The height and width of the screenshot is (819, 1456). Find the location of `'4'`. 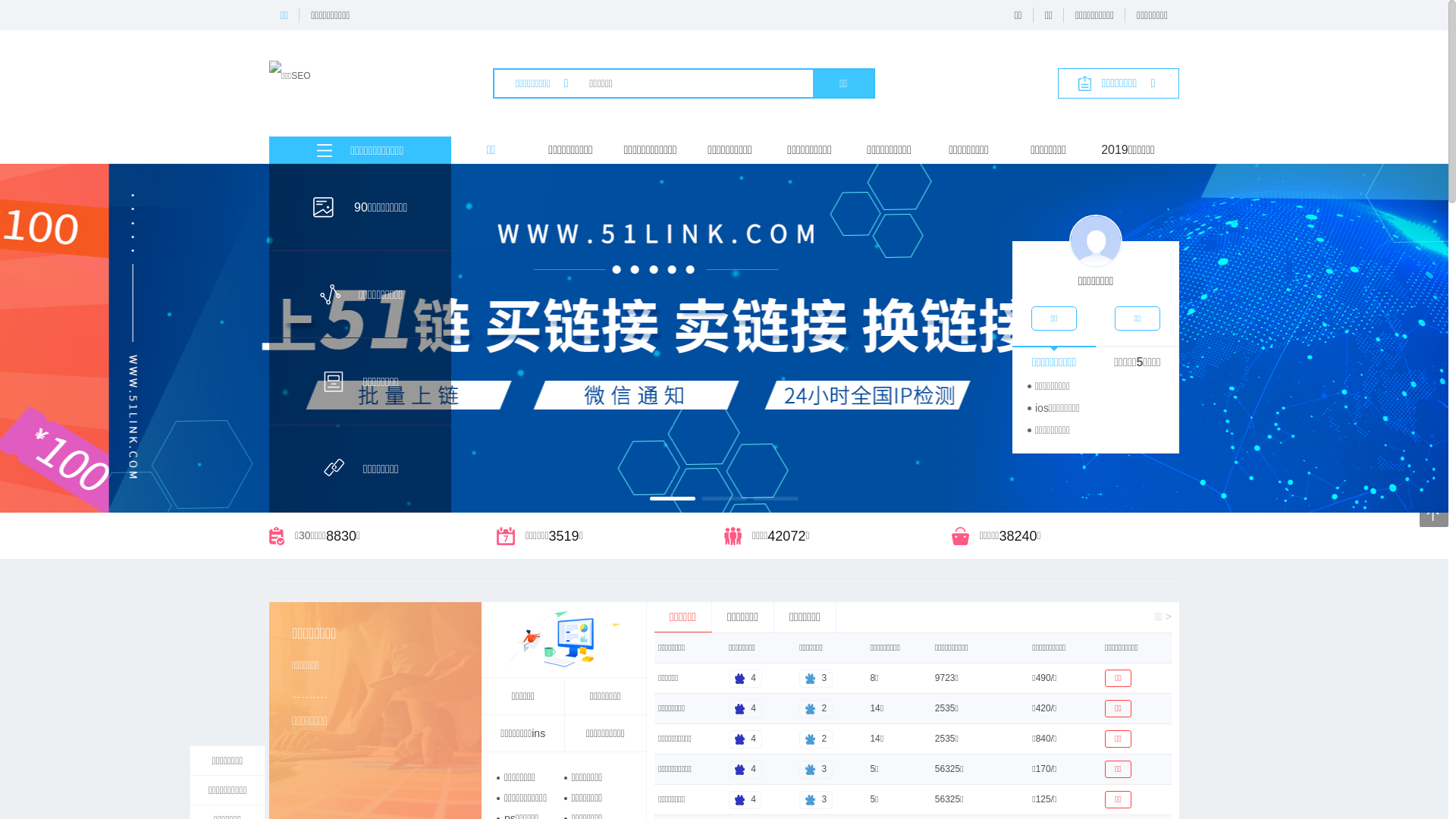

'4' is located at coordinates (745, 769).